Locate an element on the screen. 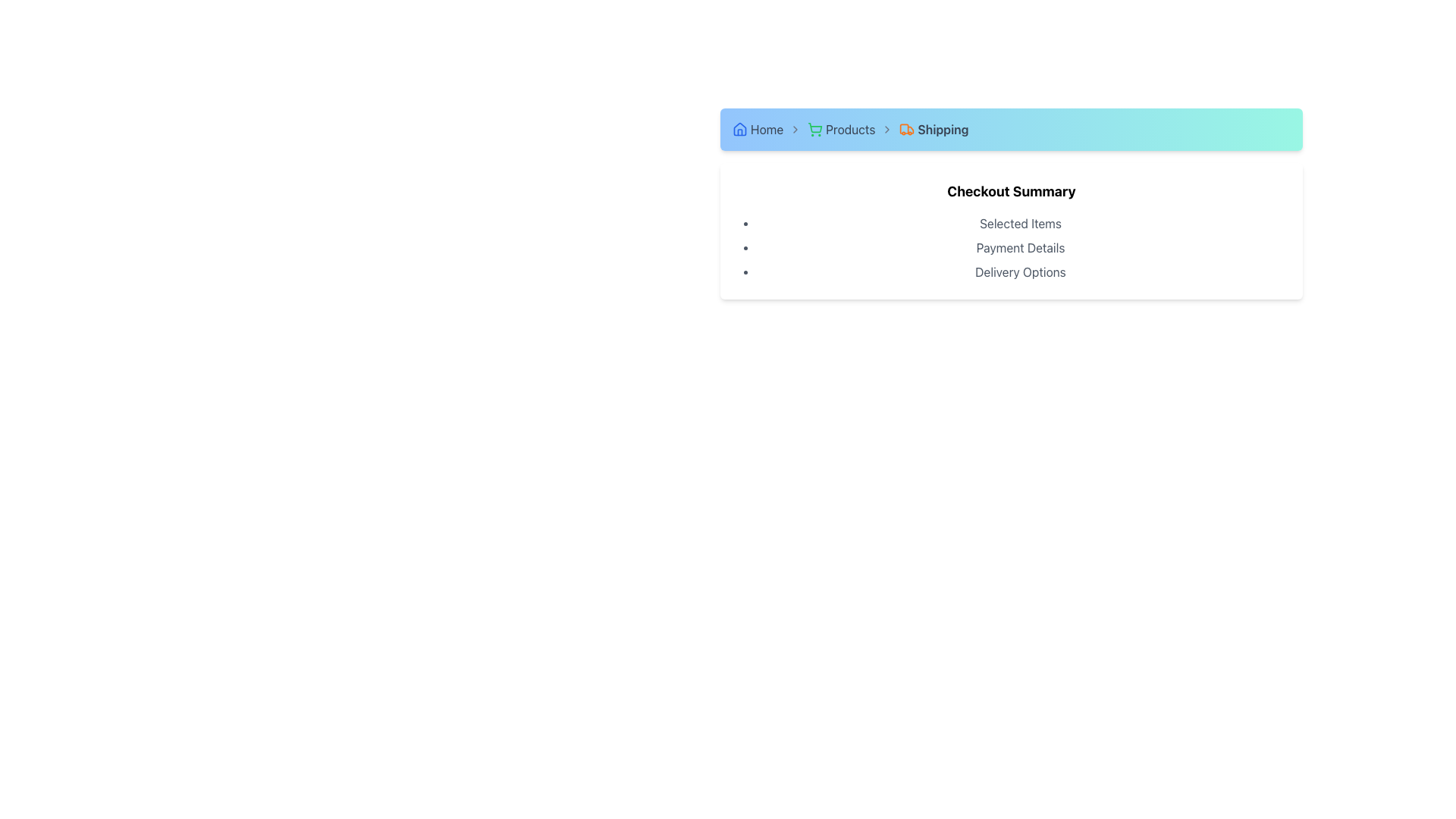 The width and height of the screenshot is (1456, 819). the graphical SVG shape representing the shopping cart, which indicates the 'Products' step in the breadcrumb navigation between 'Home' and 'Shipping' is located at coordinates (814, 127).